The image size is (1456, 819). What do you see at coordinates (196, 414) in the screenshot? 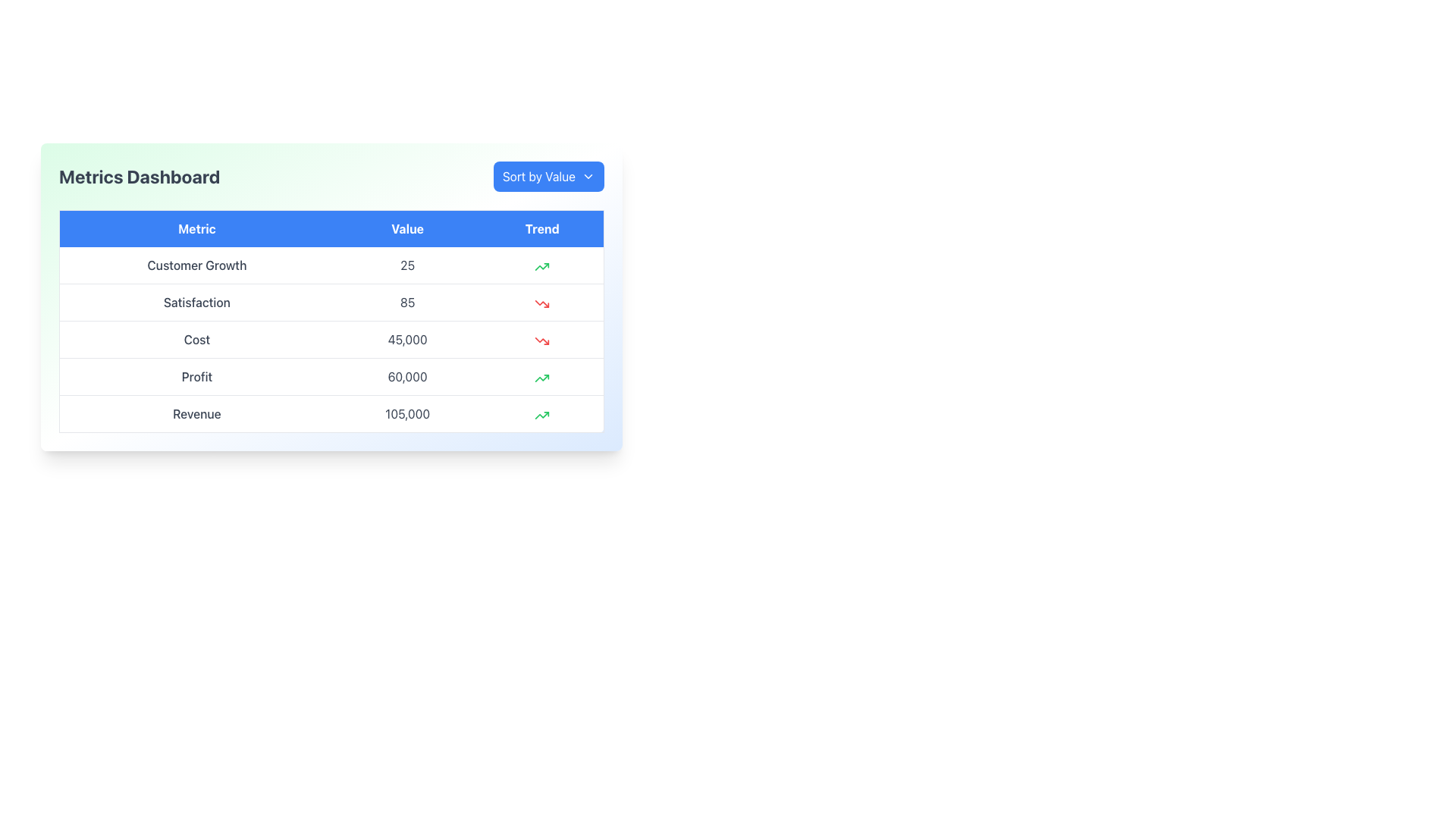
I see `text from the Text label located in the leftmost column labeled 'Metric' in the fifth row of the metrics section, next to the value '105,000'` at bounding box center [196, 414].